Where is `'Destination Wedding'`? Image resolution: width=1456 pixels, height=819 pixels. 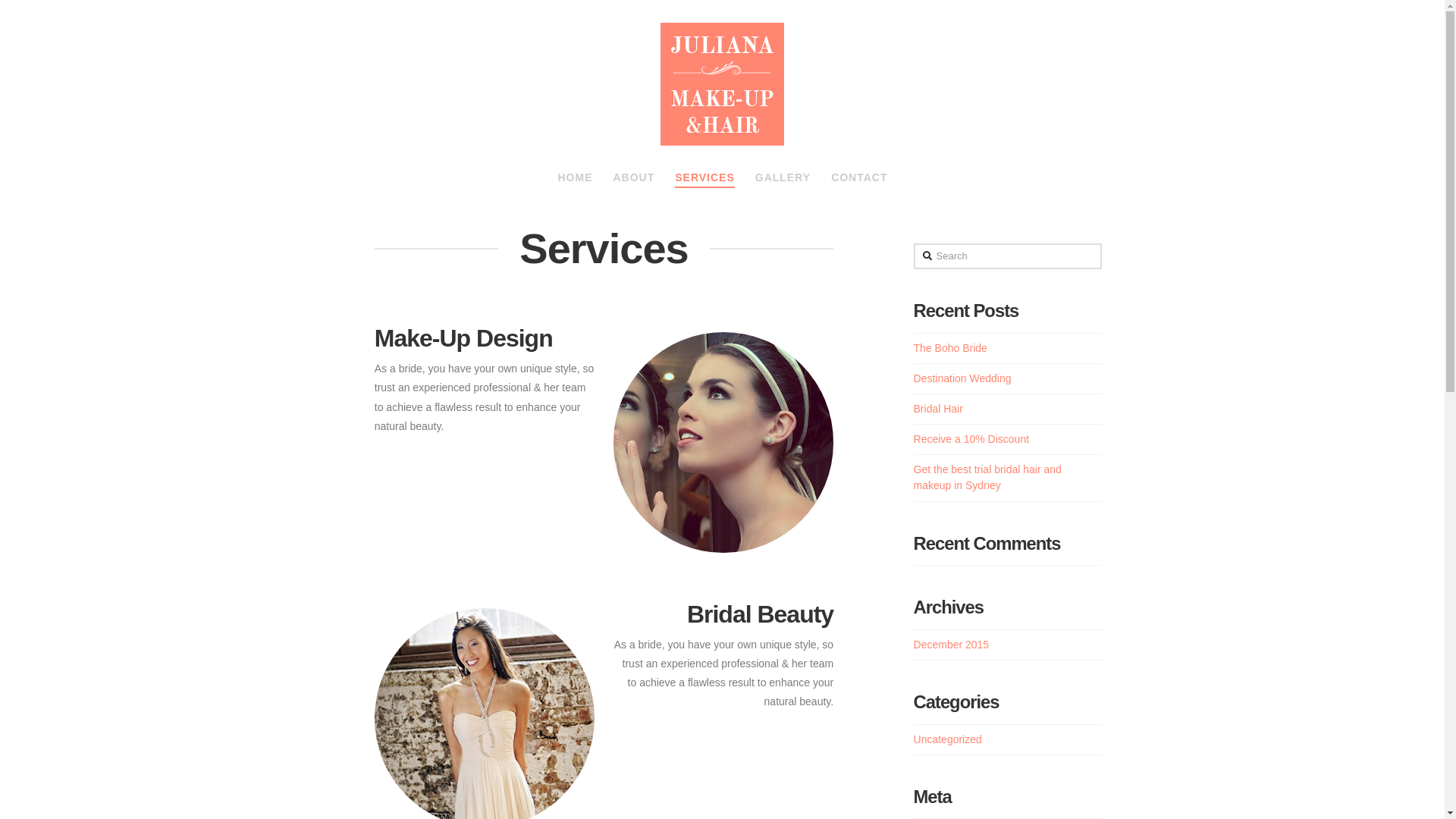
'Destination Wedding' is located at coordinates (962, 377).